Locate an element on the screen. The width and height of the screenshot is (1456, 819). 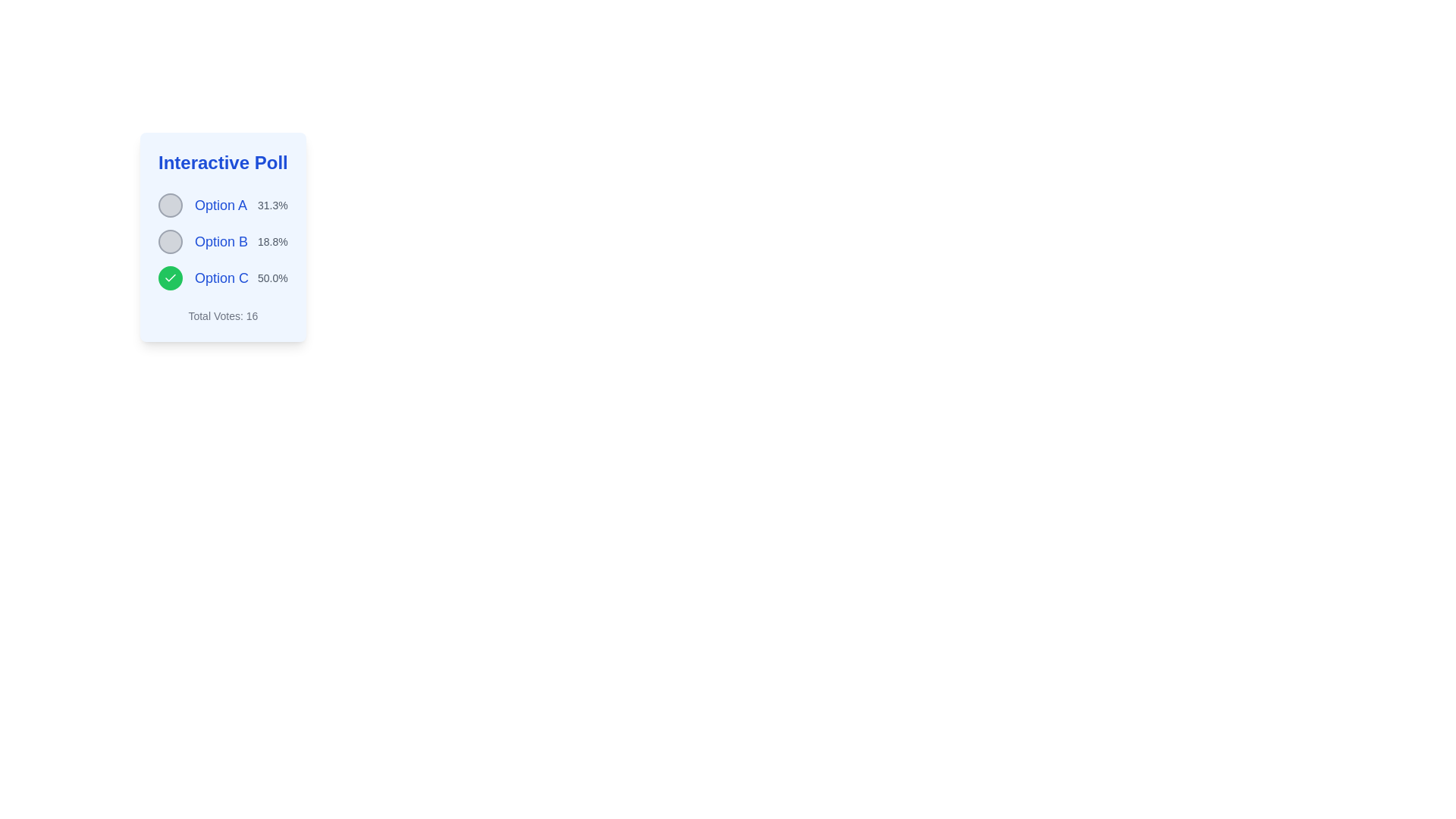
the 'Option C' text label in the interactive poll, which is located in the third row and adjacent to a checkmark is located at coordinates (202, 278).